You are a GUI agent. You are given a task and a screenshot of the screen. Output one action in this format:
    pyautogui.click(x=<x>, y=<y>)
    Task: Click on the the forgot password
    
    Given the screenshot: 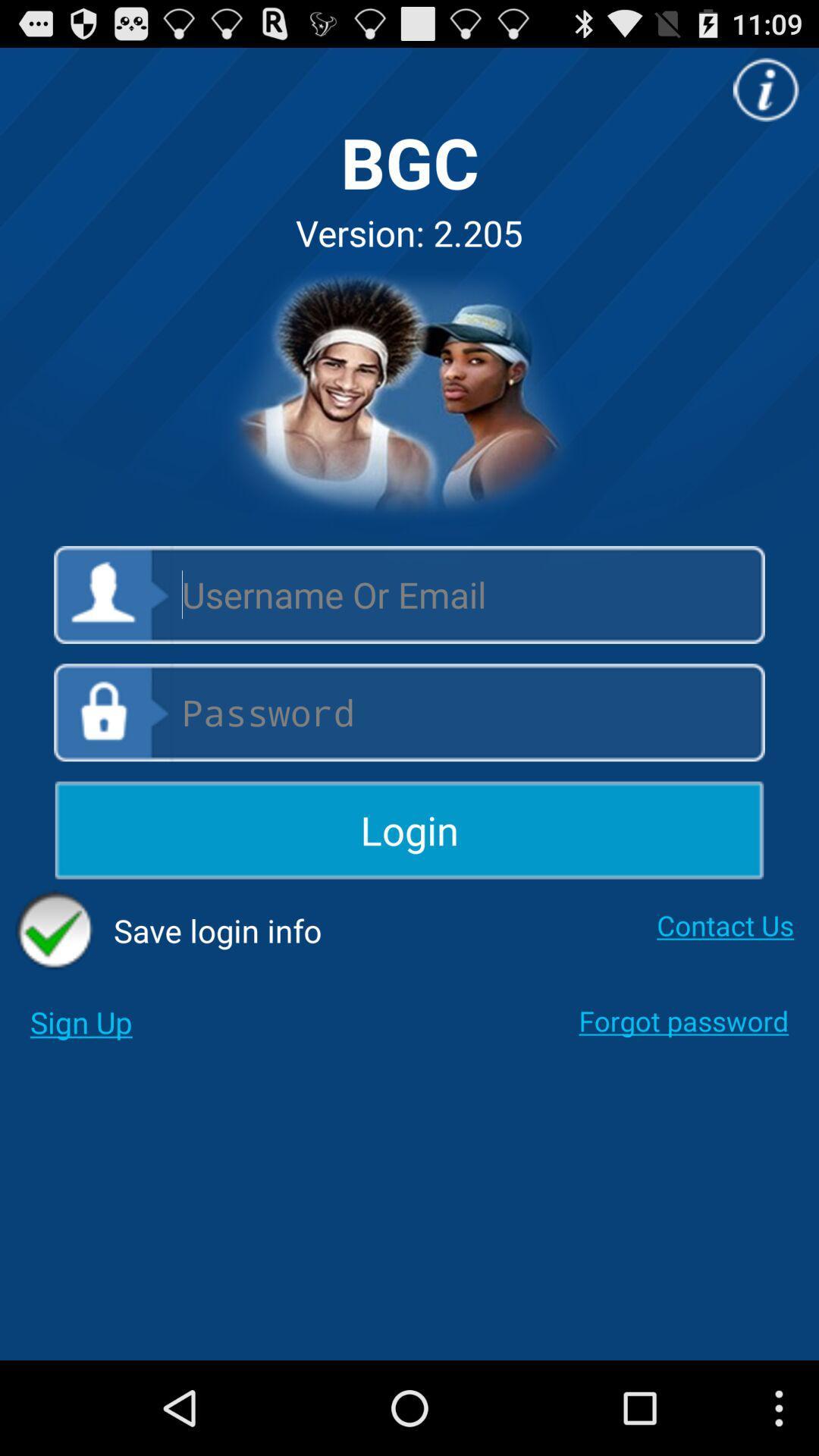 What is the action you would take?
    pyautogui.click(x=683, y=1021)
    